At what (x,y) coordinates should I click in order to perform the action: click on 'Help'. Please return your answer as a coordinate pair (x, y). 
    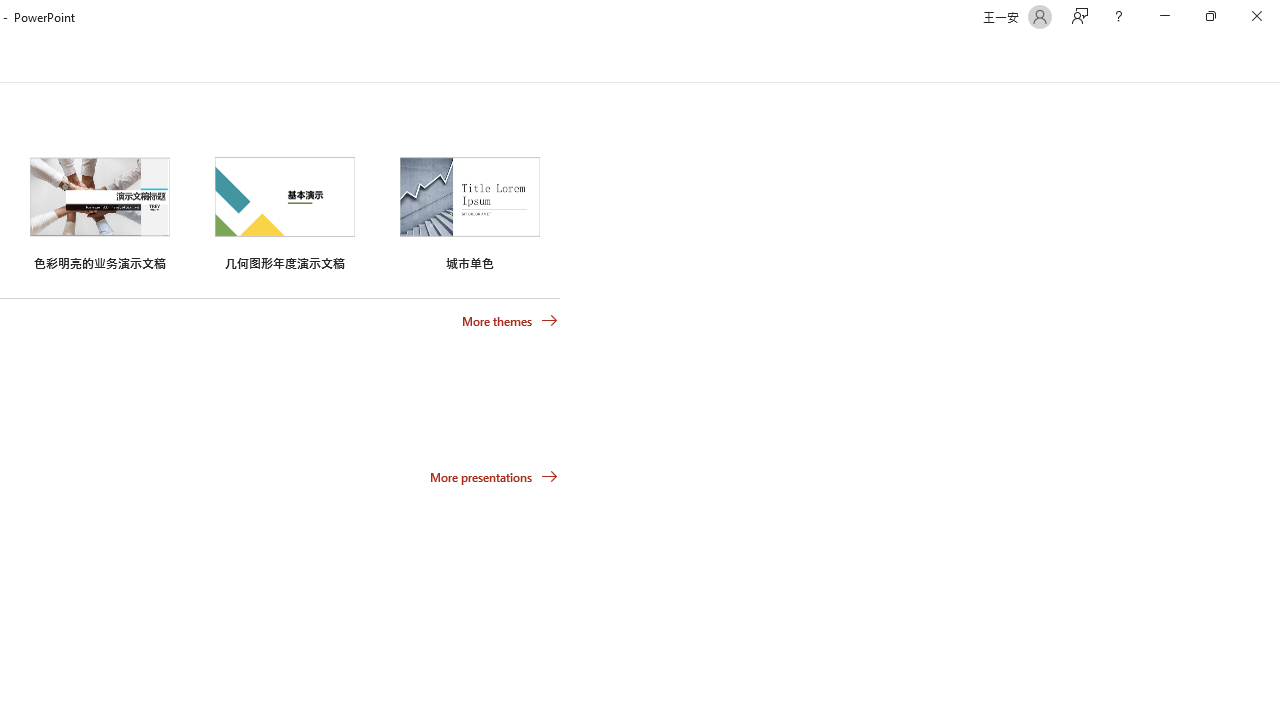
    Looking at the image, I should click on (1117, 16).